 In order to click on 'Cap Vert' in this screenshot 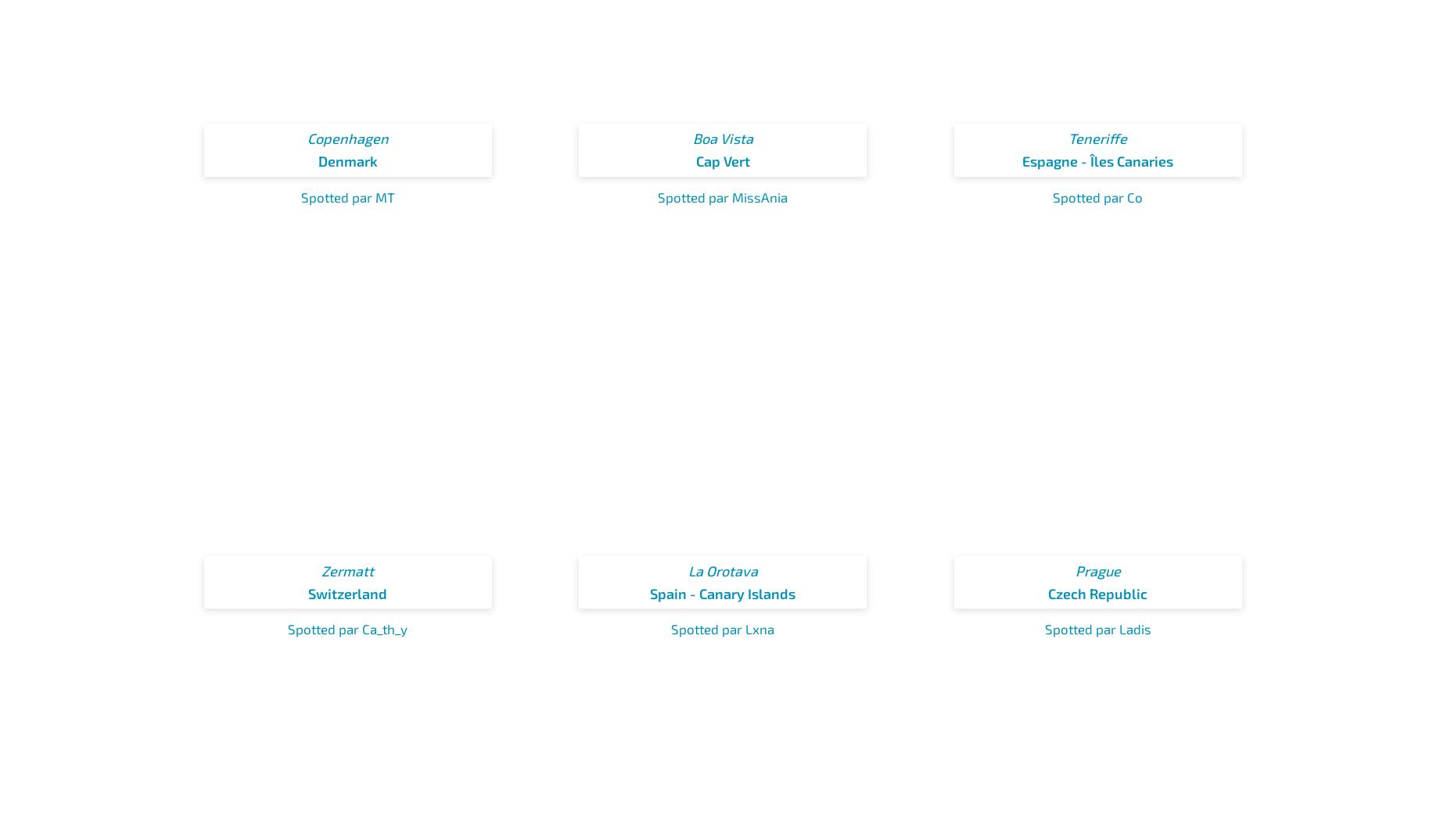, I will do `click(695, 160)`.